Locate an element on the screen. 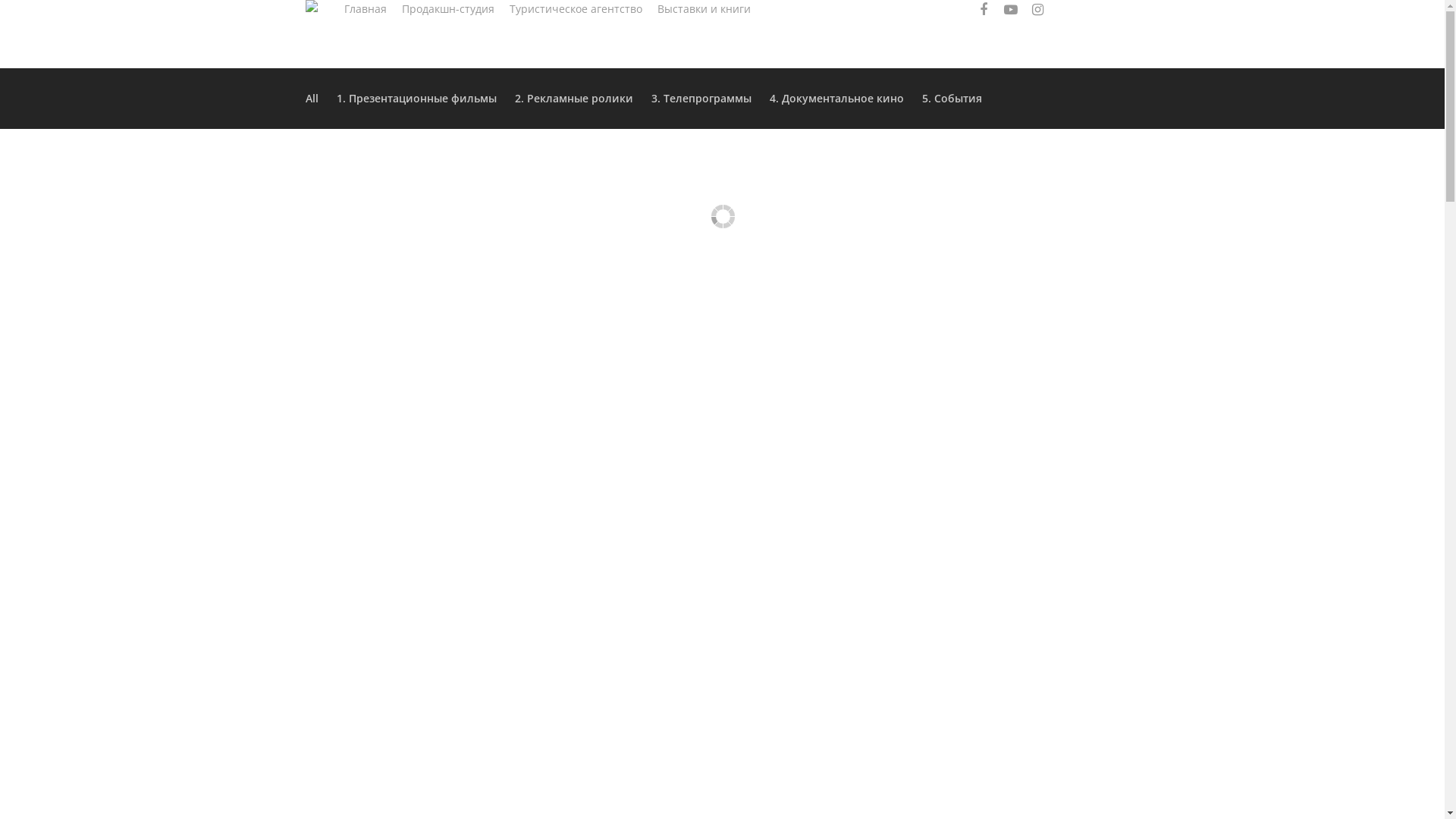  'All' is located at coordinates (304, 99).